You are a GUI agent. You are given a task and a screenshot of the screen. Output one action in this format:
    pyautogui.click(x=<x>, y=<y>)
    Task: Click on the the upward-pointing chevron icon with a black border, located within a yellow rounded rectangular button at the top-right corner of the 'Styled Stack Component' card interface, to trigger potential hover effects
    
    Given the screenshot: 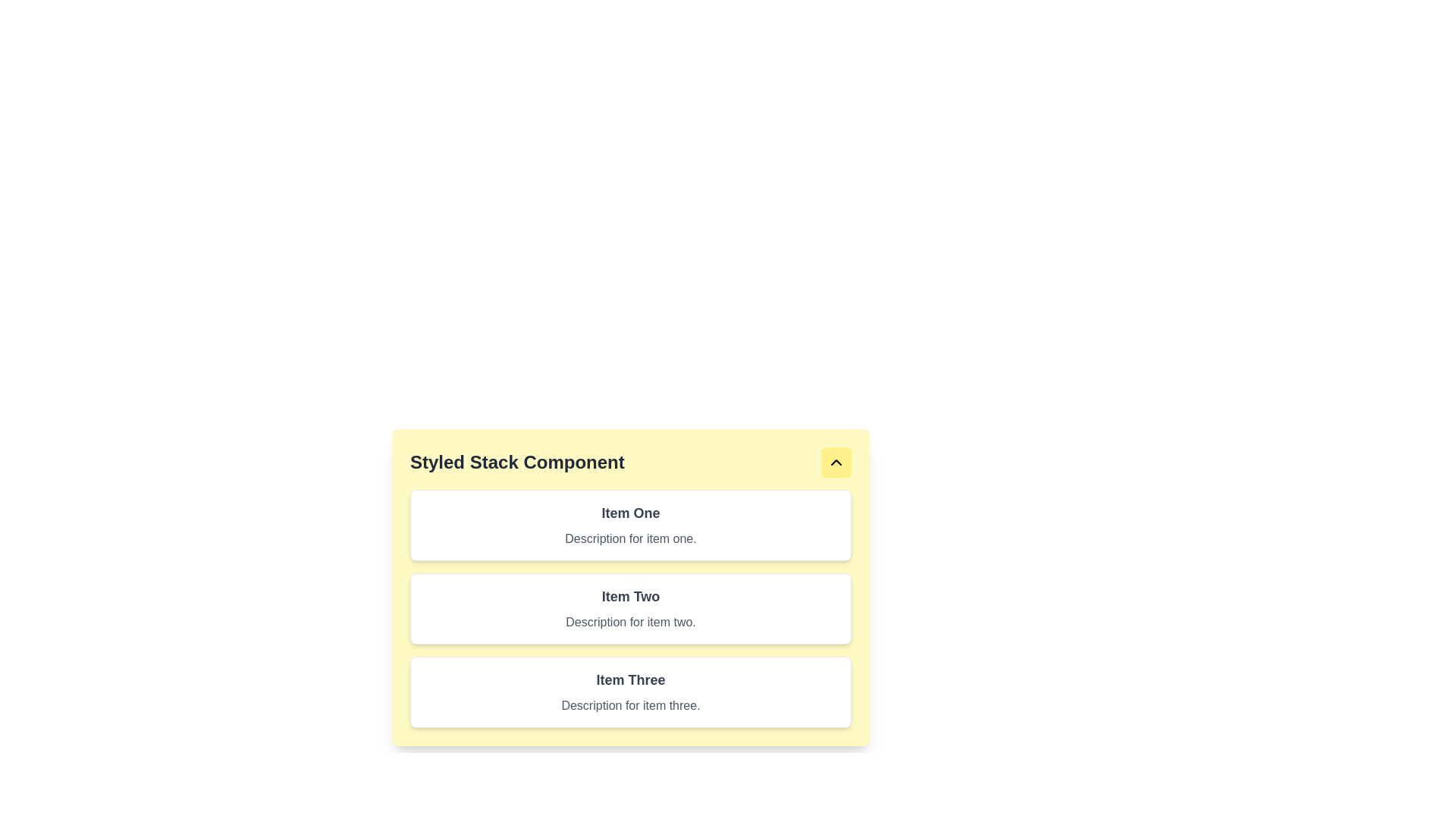 What is the action you would take?
    pyautogui.click(x=836, y=461)
    